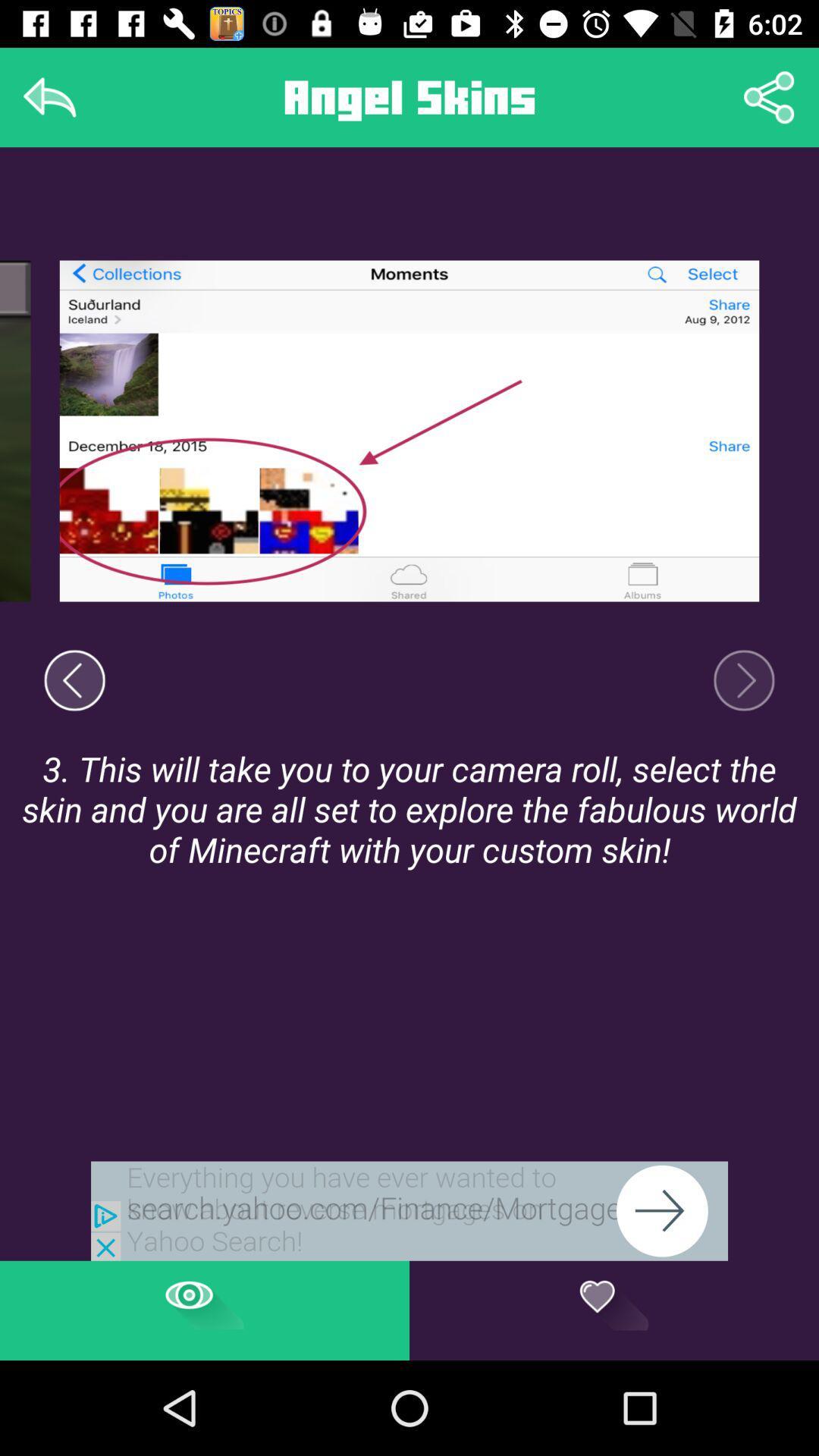 The width and height of the screenshot is (819, 1456). Describe the element at coordinates (769, 96) in the screenshot. I see `share settings` at that location.